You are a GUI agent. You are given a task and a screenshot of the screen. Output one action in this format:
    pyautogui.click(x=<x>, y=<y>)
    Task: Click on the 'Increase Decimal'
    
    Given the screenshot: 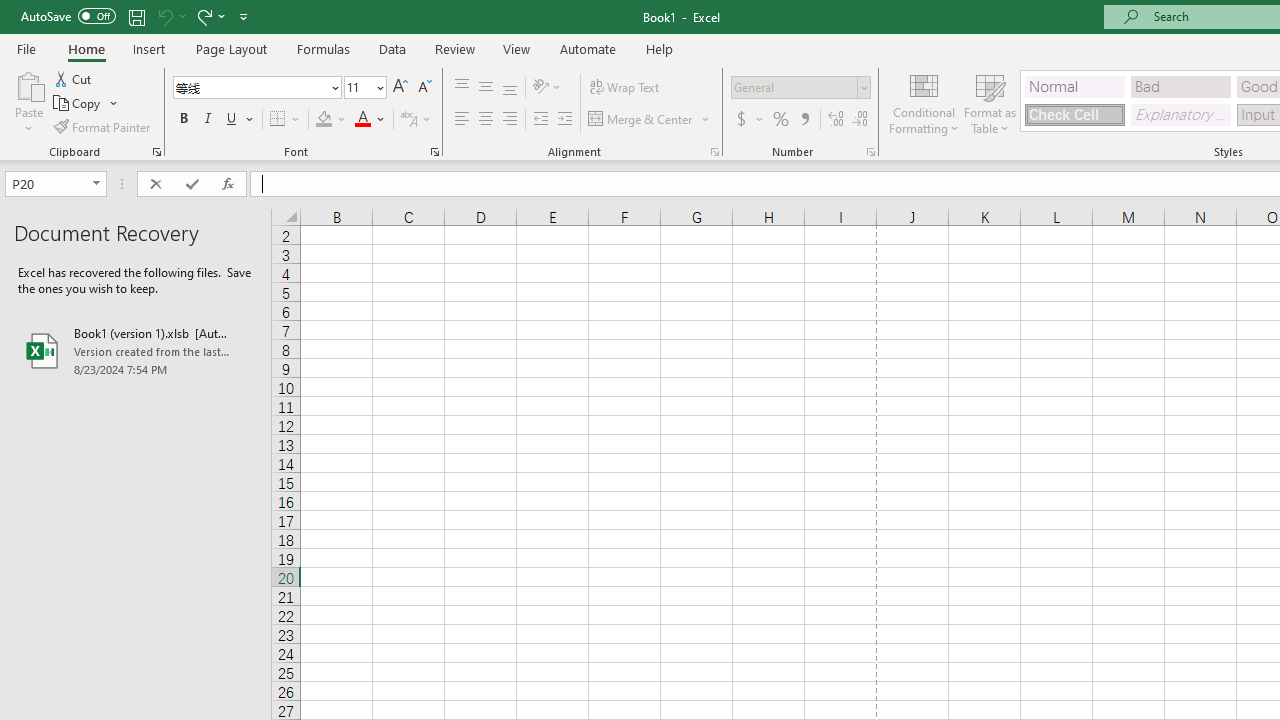 What is the action you would take?
    pyautogui.click(x=836, y=119)
    